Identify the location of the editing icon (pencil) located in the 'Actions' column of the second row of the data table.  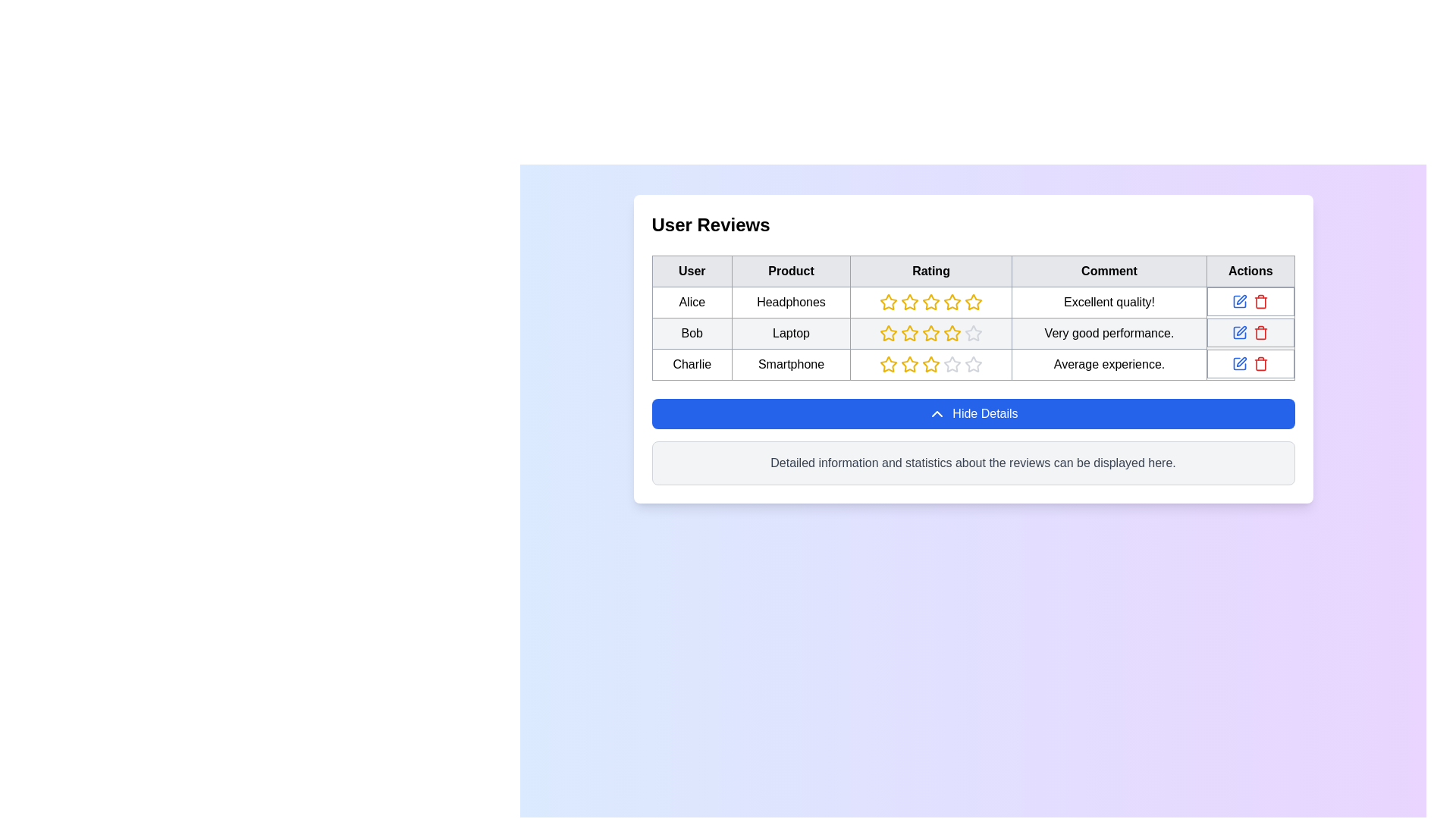
(1241, 300).